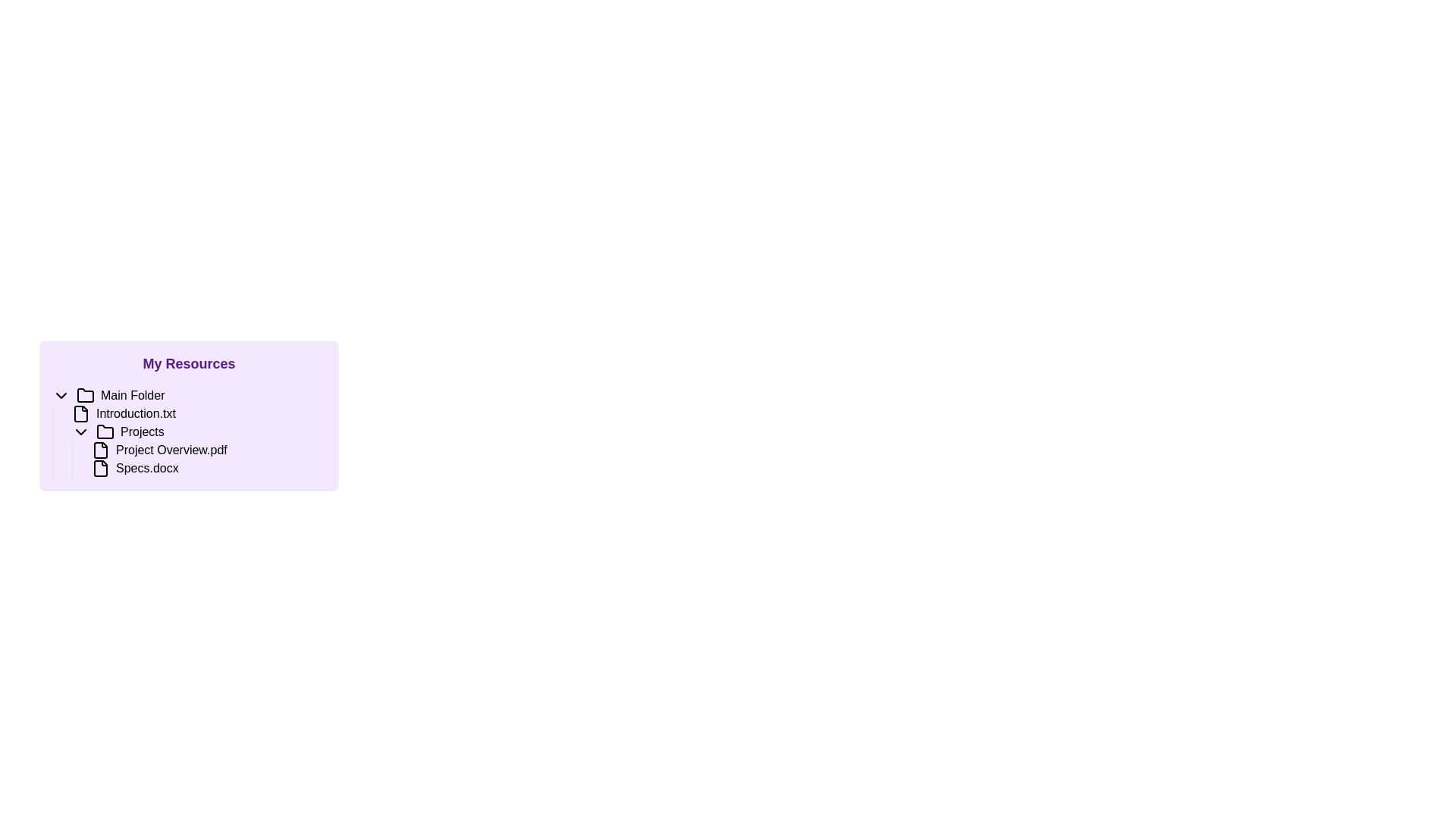 The width and height of the screenshot is (1456, 819). Describe the element at coordinates (105, 432) in the screenshot. I see `the folder icon, which is outlined in black and located slightly to the right of the 'Projects' text in the 'My Resources' section` at that location.